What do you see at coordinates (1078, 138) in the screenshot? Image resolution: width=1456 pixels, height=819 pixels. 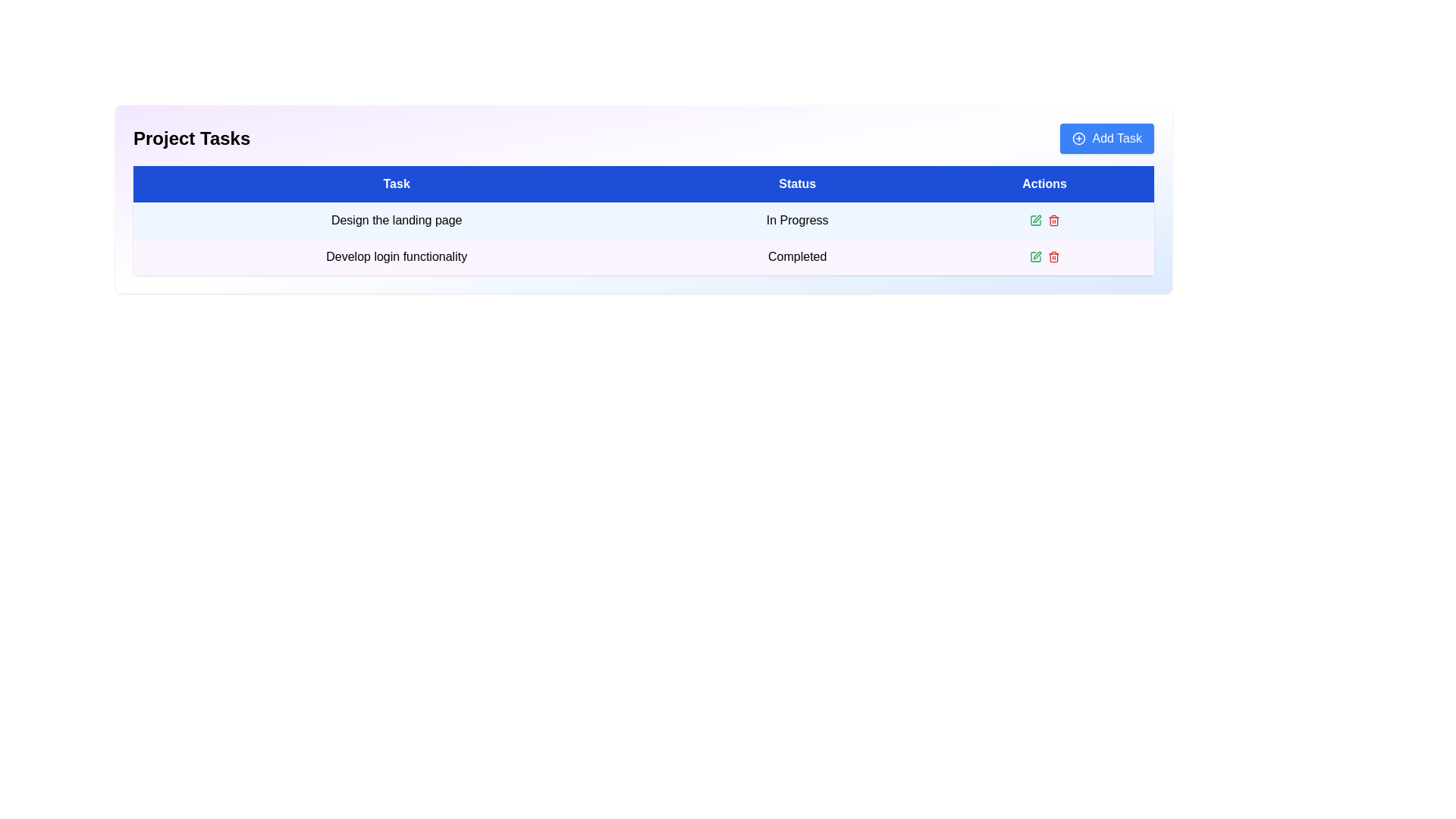 I see `the appearance of the decorative icon located to the left of the 'Add Task' text within the button in the top-right corner of the application interface` at bounding box center [1078, 138].